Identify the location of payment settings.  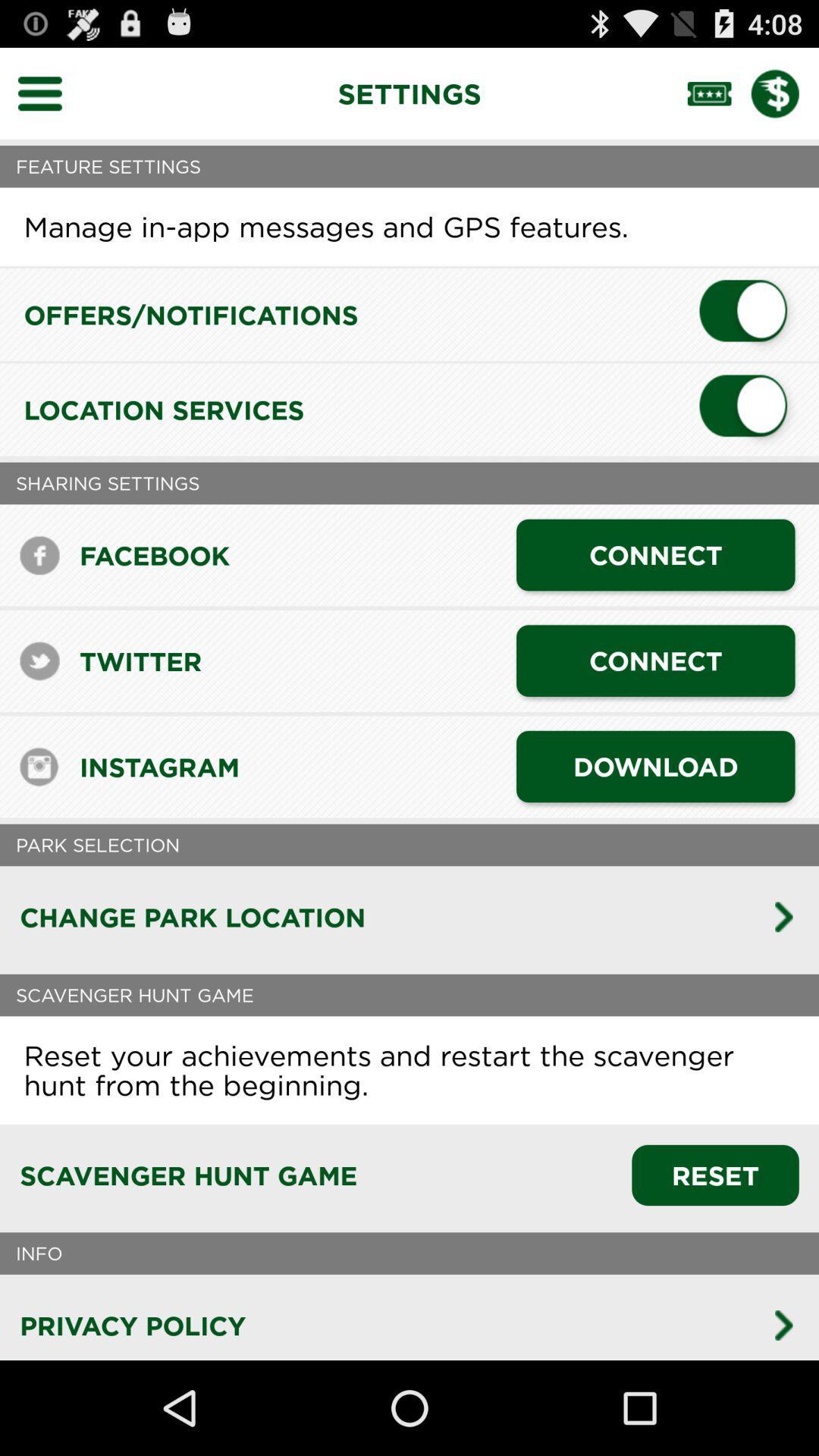
(785, 93).